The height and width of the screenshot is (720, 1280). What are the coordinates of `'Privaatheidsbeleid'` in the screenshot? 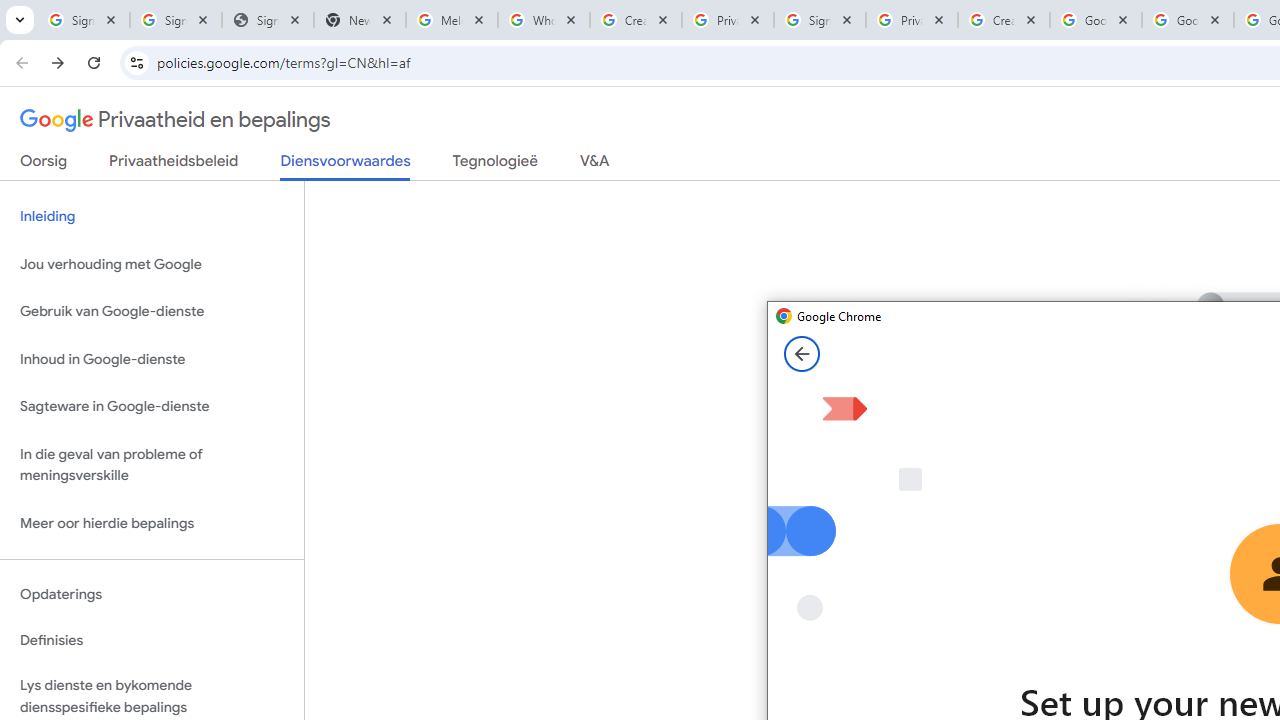 It's located at (174, 164).